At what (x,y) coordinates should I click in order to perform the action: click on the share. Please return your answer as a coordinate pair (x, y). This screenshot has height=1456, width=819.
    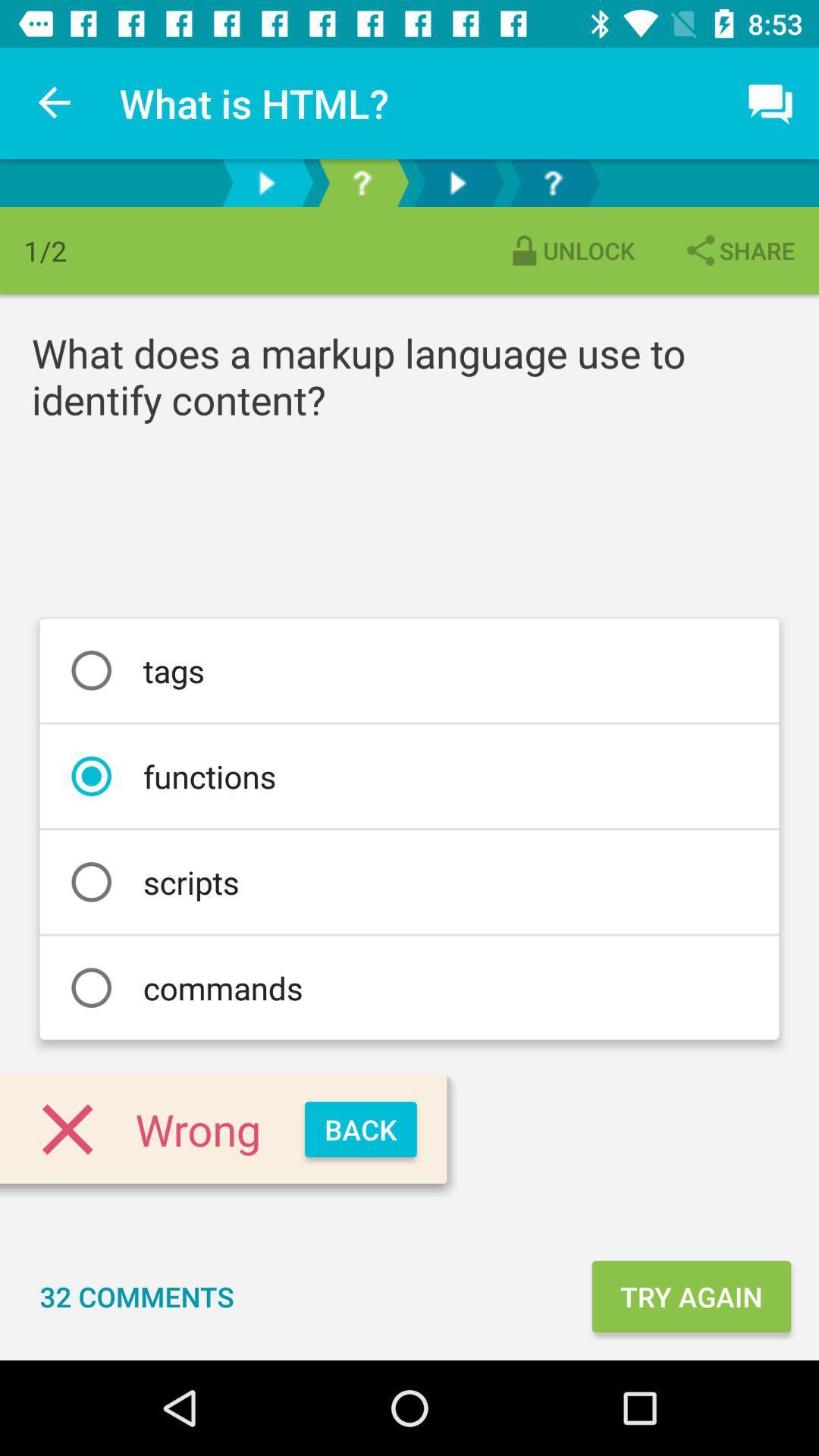
    Looking at the image, I should click on (738, 250).